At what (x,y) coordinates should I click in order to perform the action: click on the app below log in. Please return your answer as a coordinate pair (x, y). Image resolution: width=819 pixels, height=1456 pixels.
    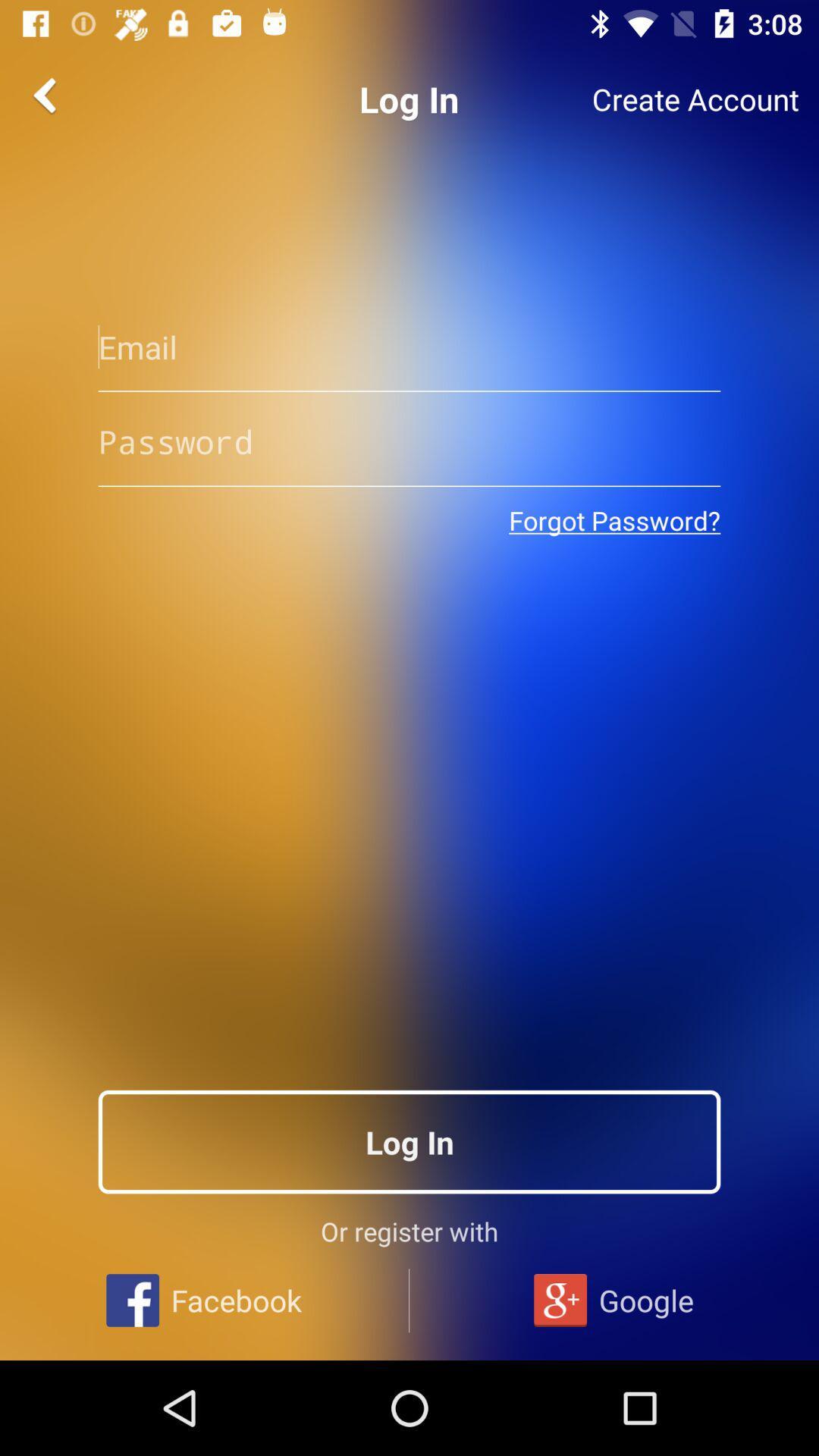
    Looking at the image, I should click on (409, 346).